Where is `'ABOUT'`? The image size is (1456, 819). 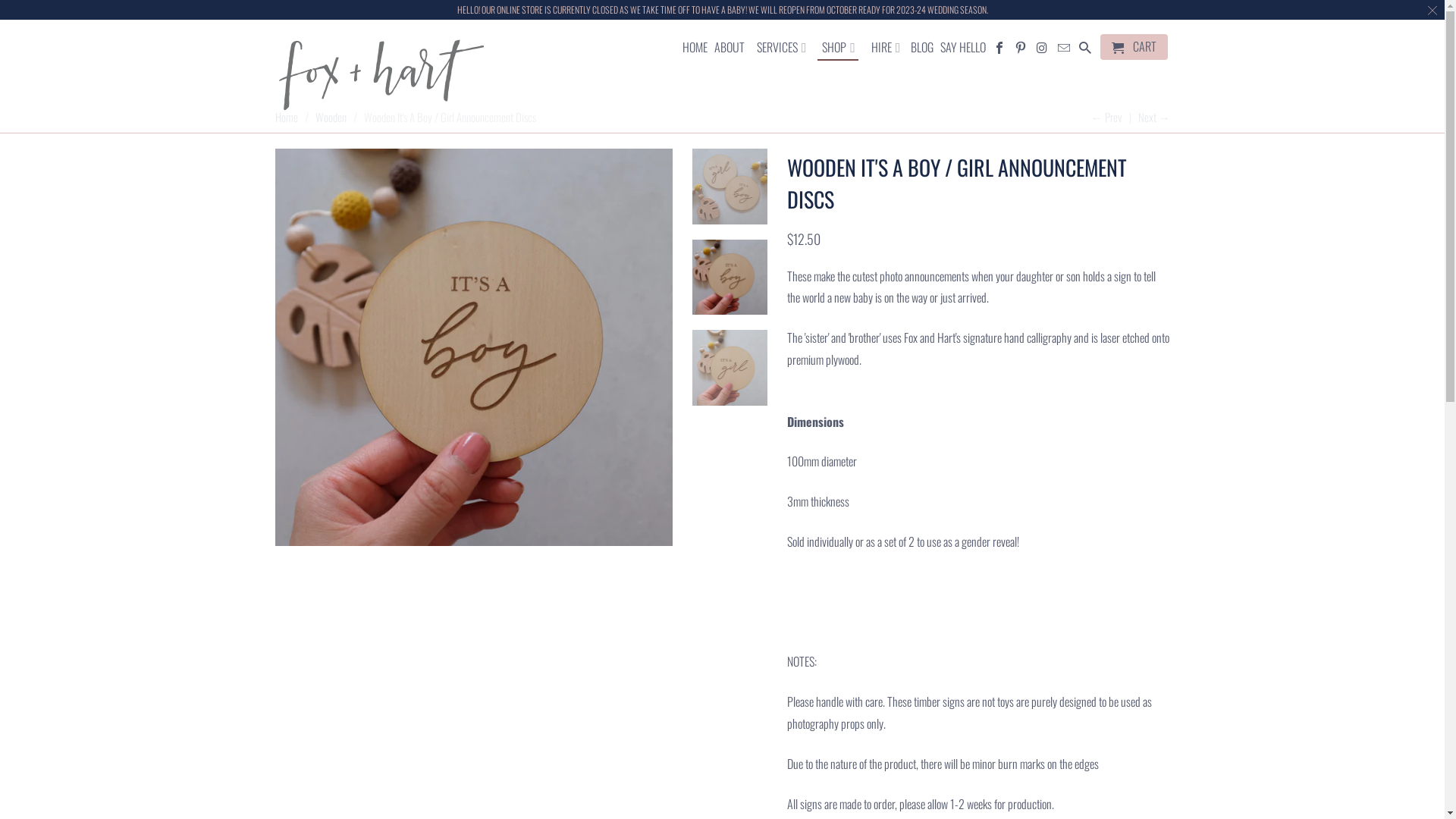 'ABOUT' is located at coordinates (713, 49).